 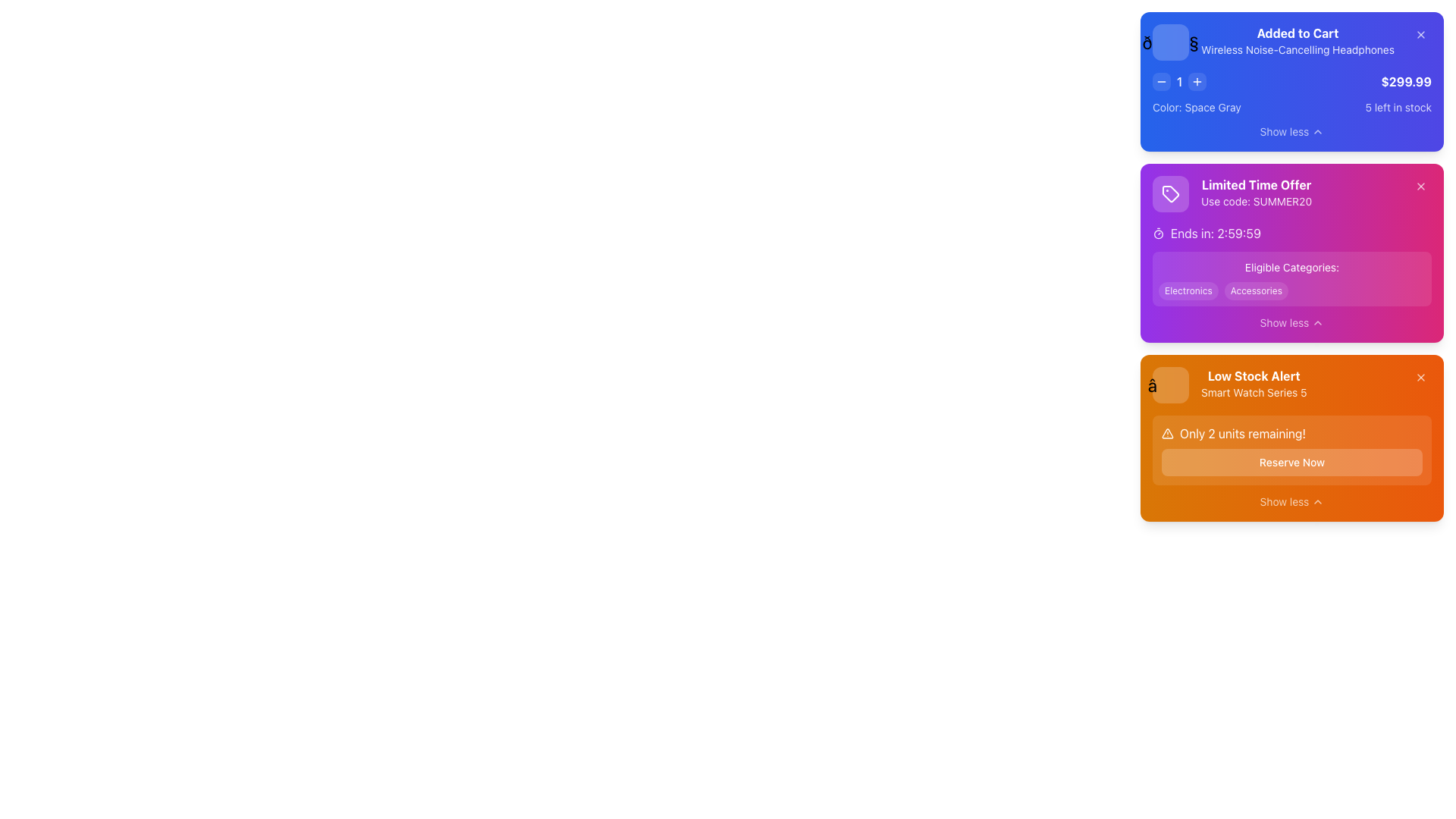 What do you see at coordinates (1170, 193) in the screenshot?
I see `the promotional icon that represents a 'tag' or 'label' within the 'Limited Time Offer' card located on the left side of the card's header` at bounding box center [1170, 193].